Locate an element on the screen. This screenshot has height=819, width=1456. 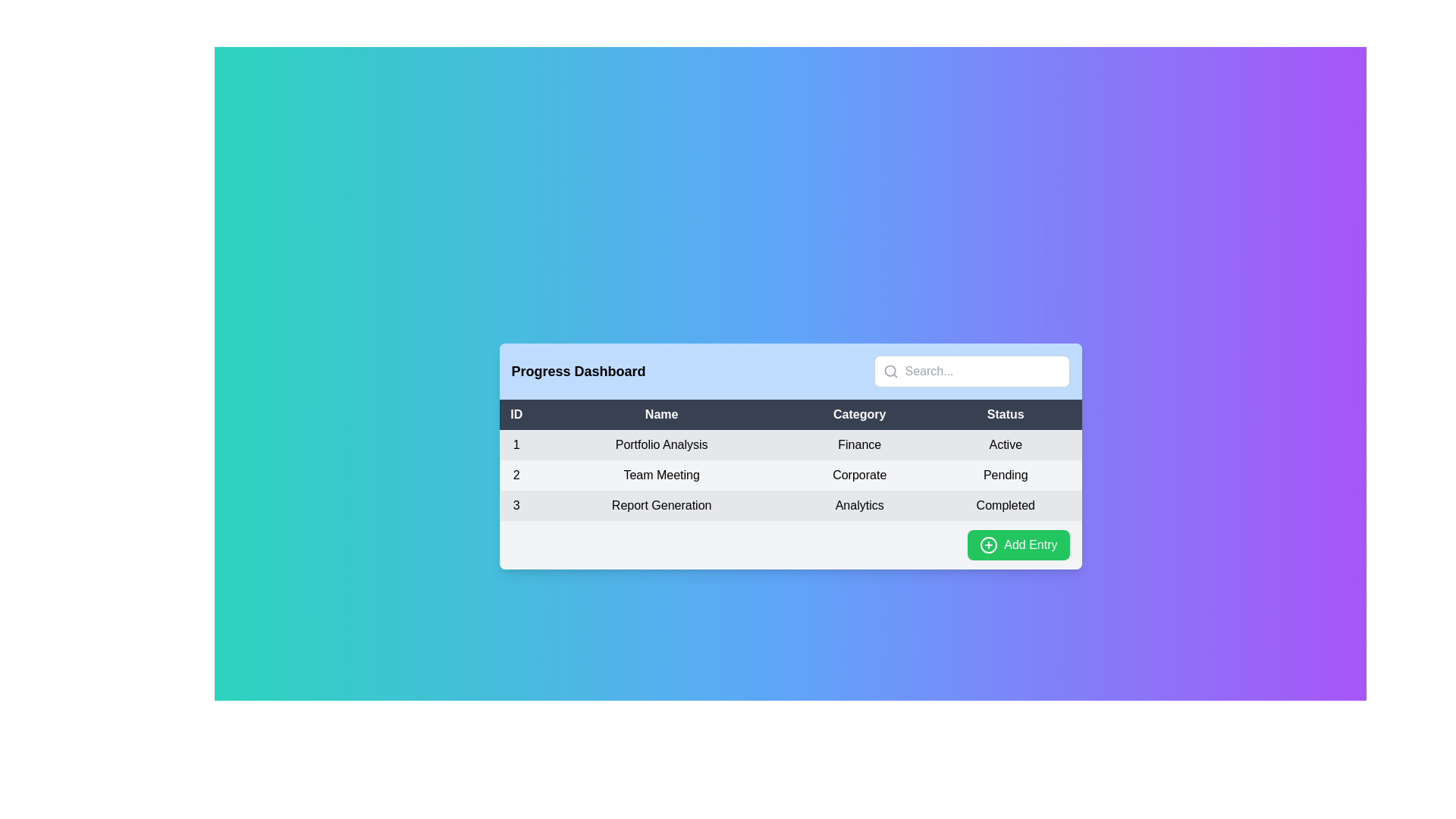
the static text header labeled 'ID', which is styled in white font on a dark blue background, located at the leftmost position in the header row of a table is located at coordinates (516, 415).